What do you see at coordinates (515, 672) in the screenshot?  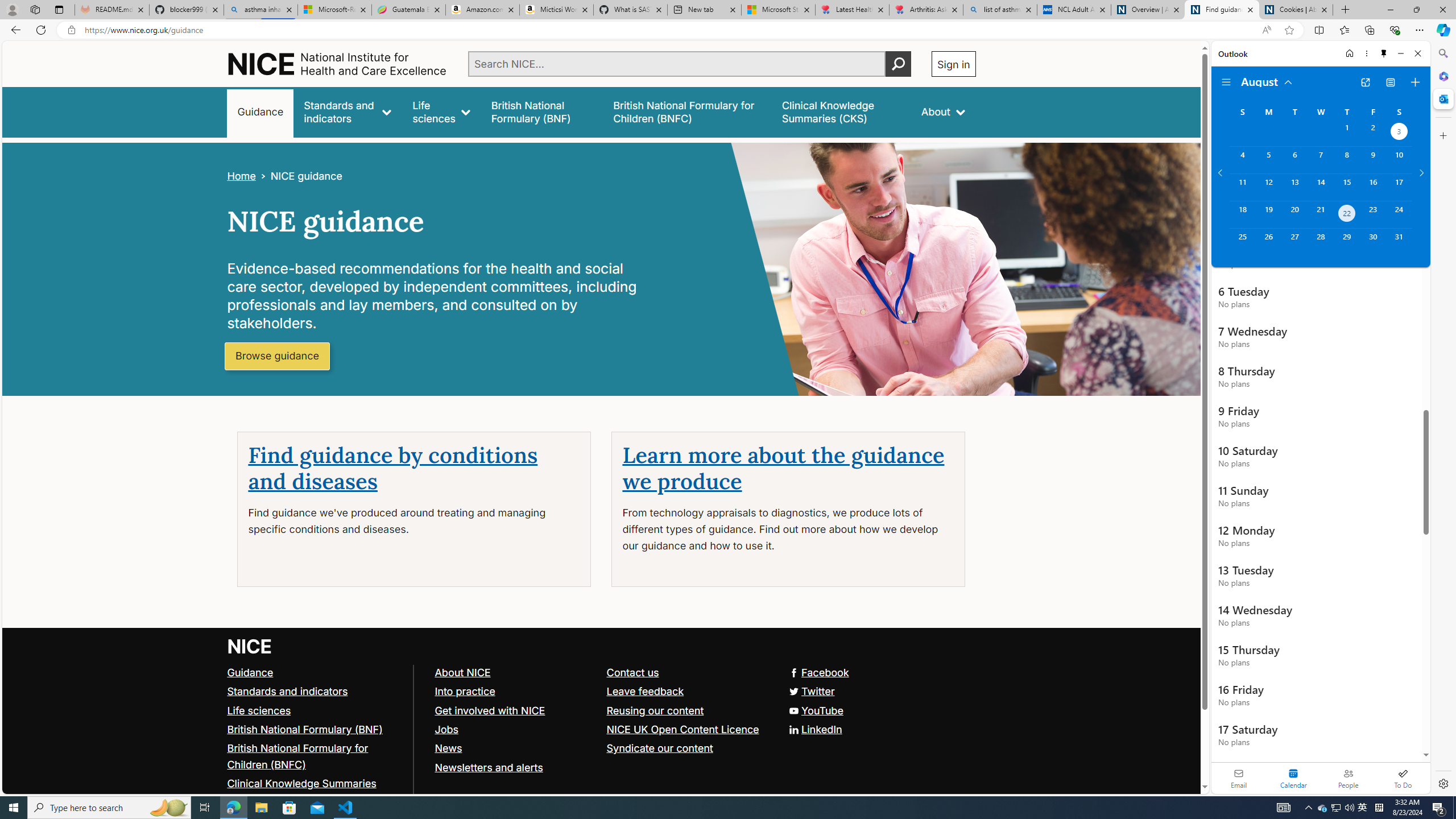 I see `'About NICE'` at bounding box center [515, 672].